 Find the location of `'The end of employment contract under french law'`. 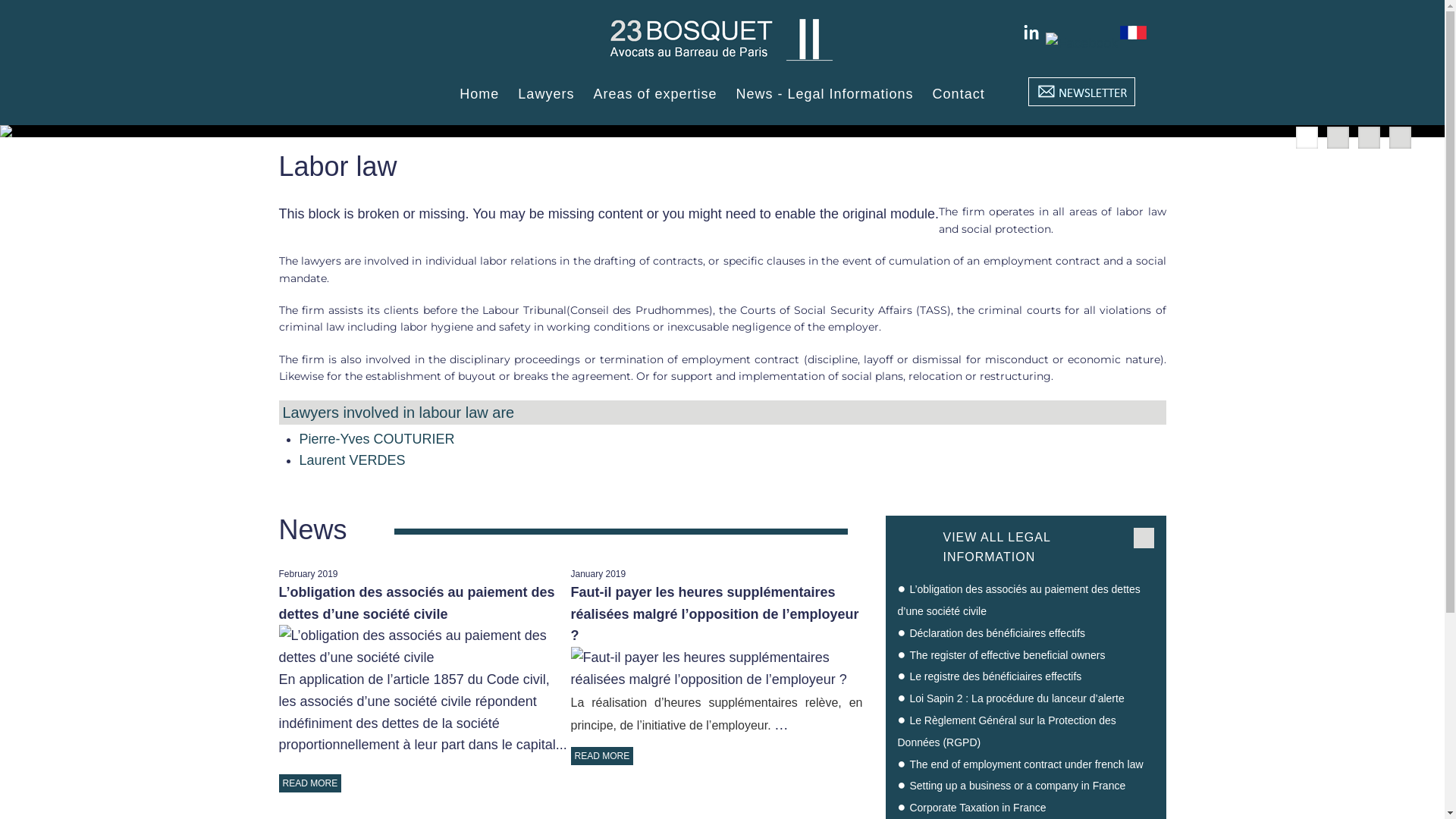

'The end of employment contract under french law' is located at coordinates (1026, 764).